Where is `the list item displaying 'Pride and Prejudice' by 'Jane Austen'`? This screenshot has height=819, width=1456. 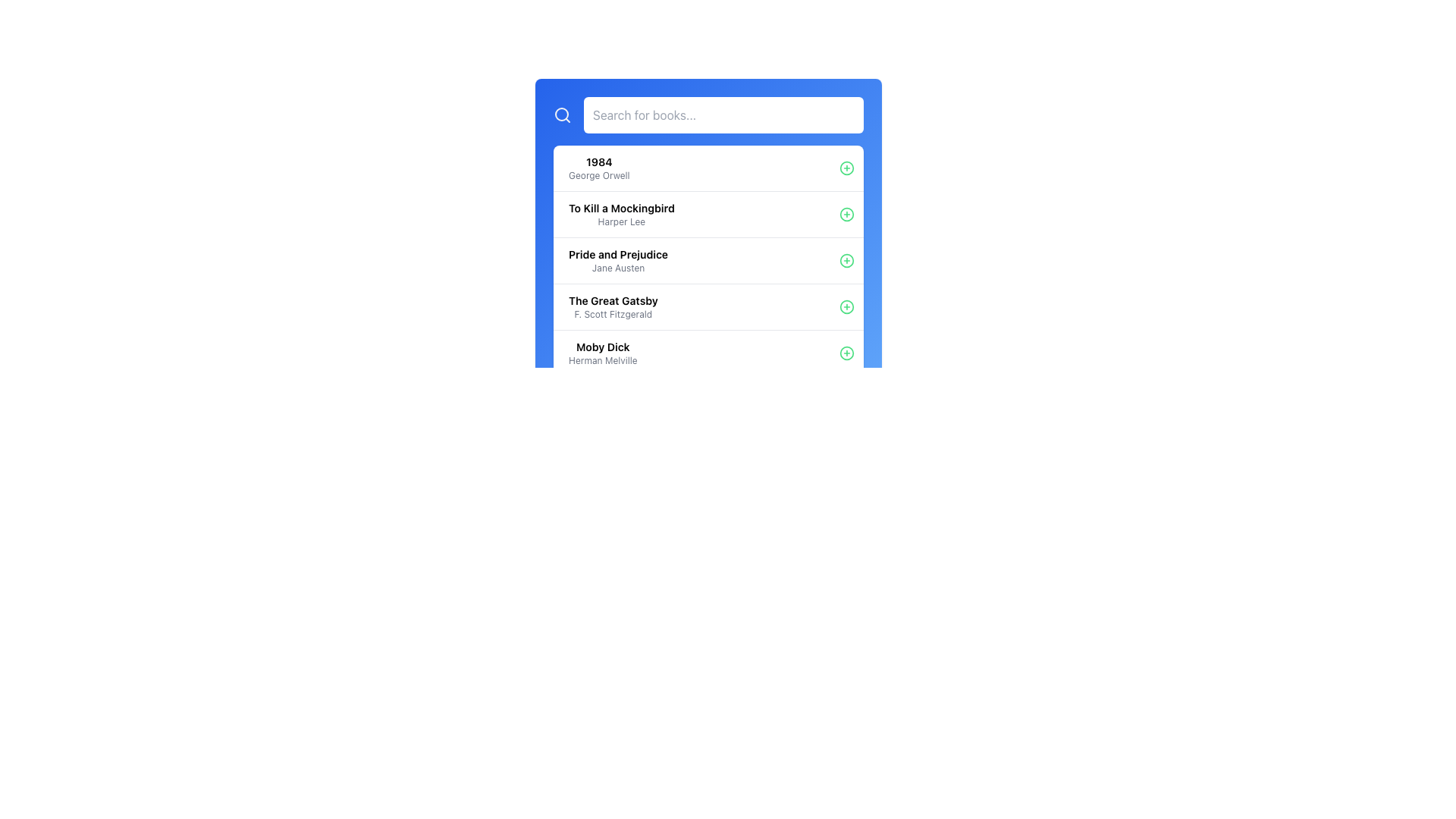
the list item displaying 'Pride and Prejudice' by 'Jane Austen' is located at coordinates (708, 259).